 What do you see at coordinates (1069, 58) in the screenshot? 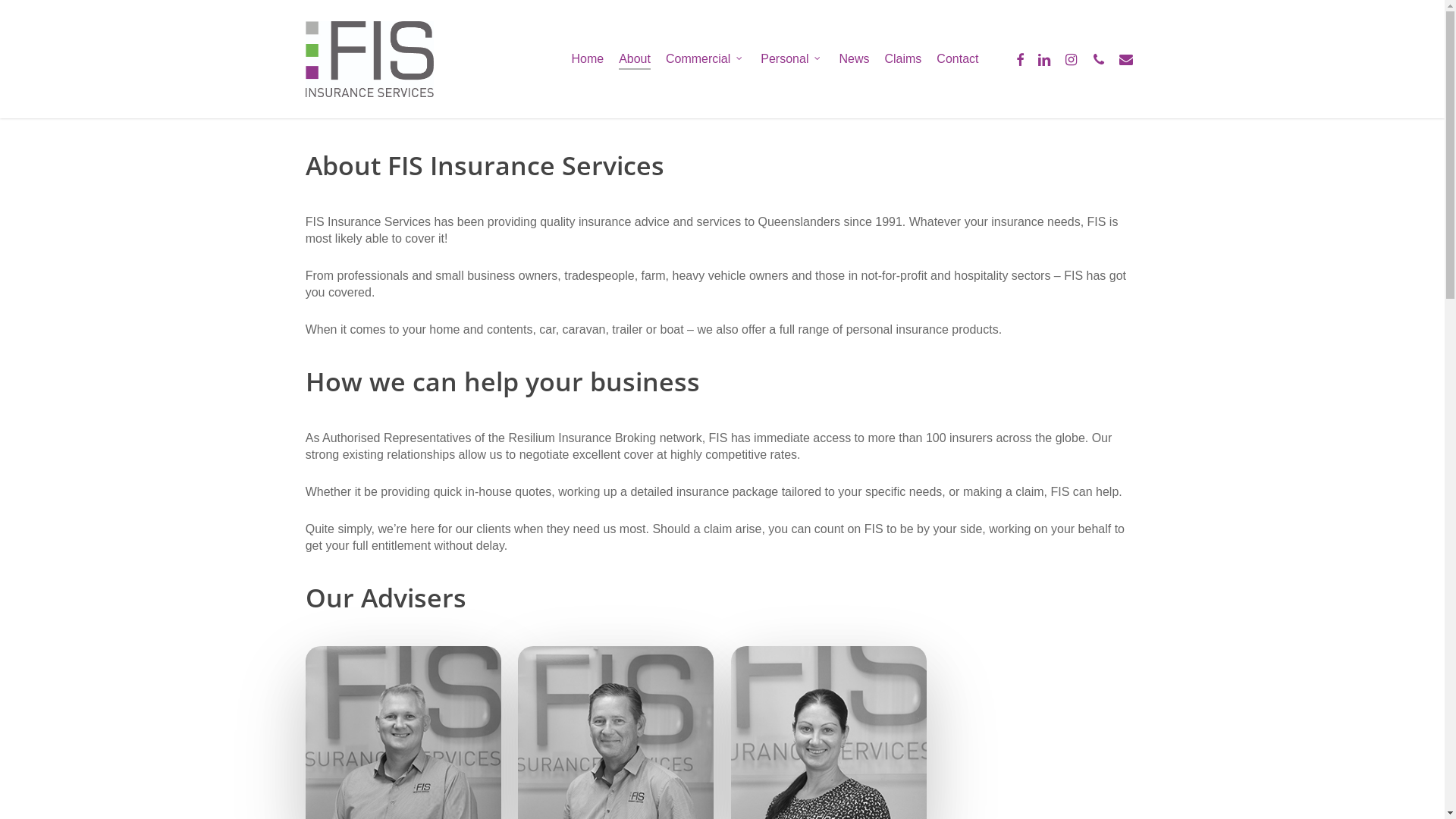
I see `'instagram'` at bounding box center [1069, 58].